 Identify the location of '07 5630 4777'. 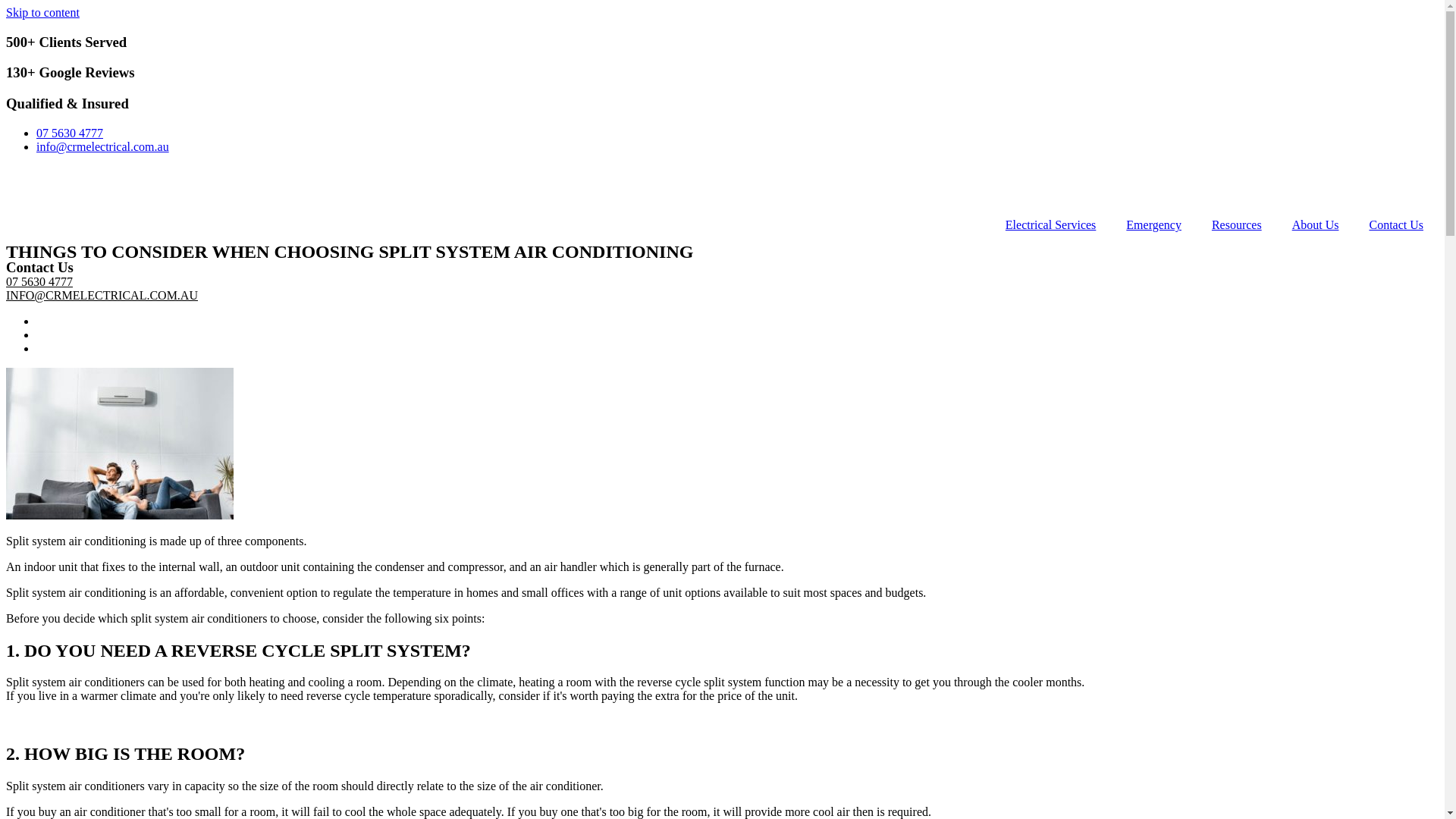
(39, 281).